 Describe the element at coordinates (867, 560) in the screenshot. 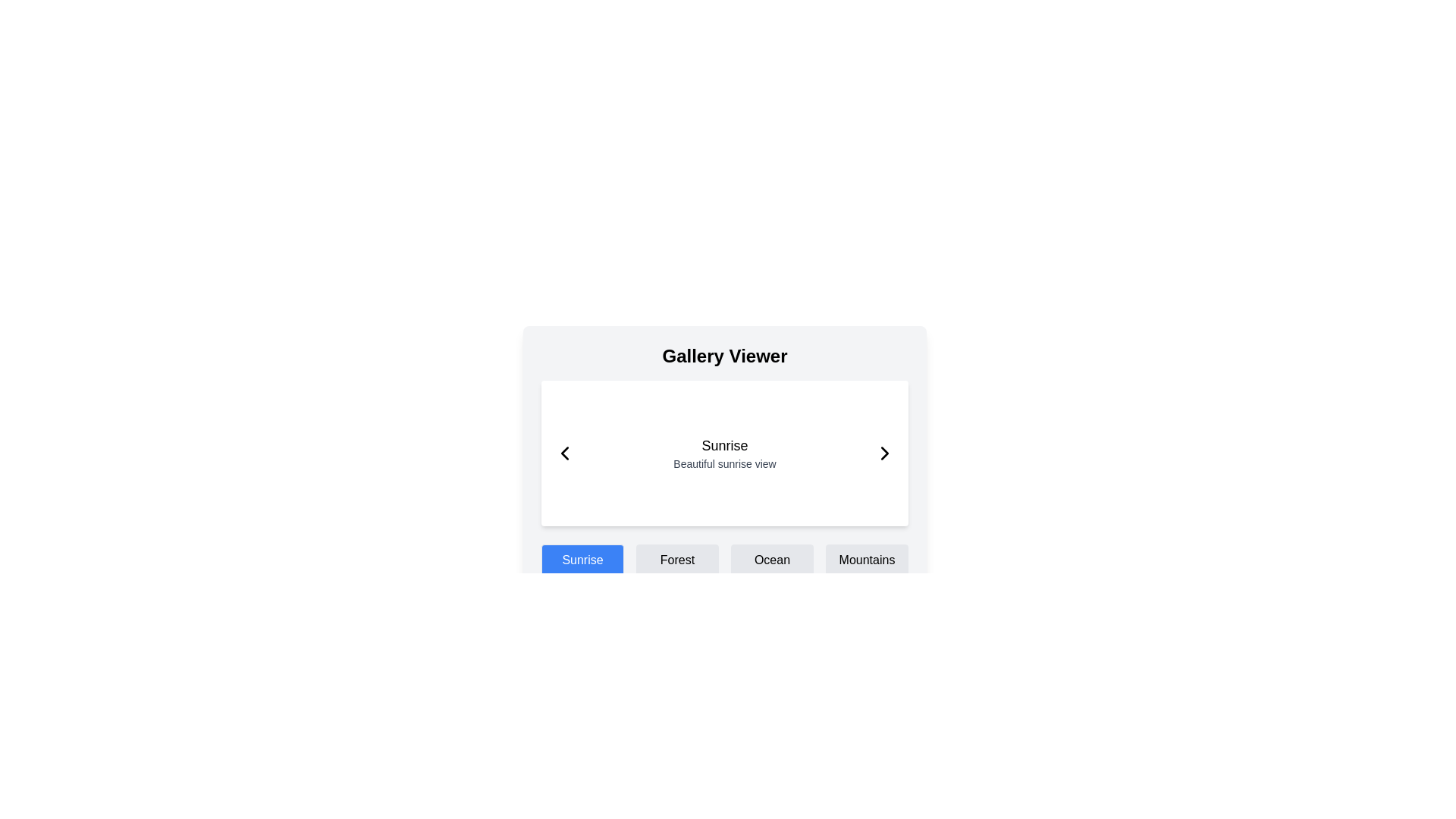

I see `the 'Mountains' button in the gallery section` at that location.